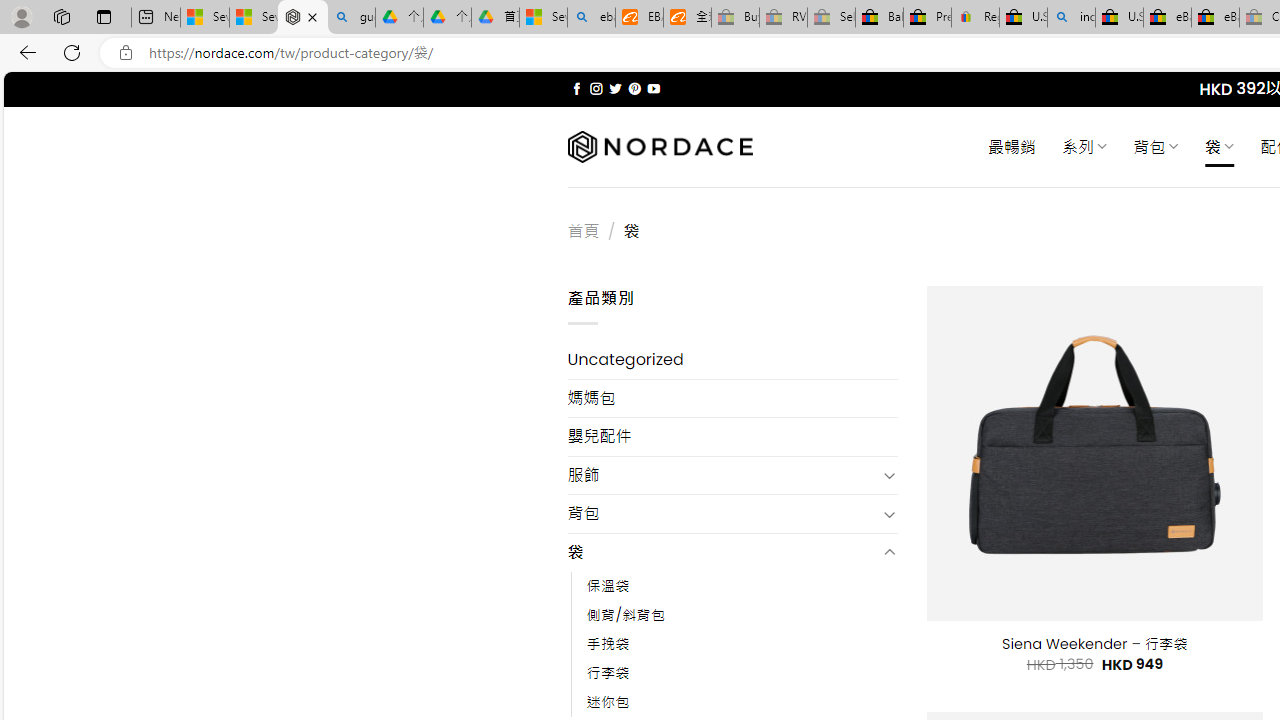  Describe the element at coordinates (1070, 17) in the screenshot. I see `'including - Search'` at that location.